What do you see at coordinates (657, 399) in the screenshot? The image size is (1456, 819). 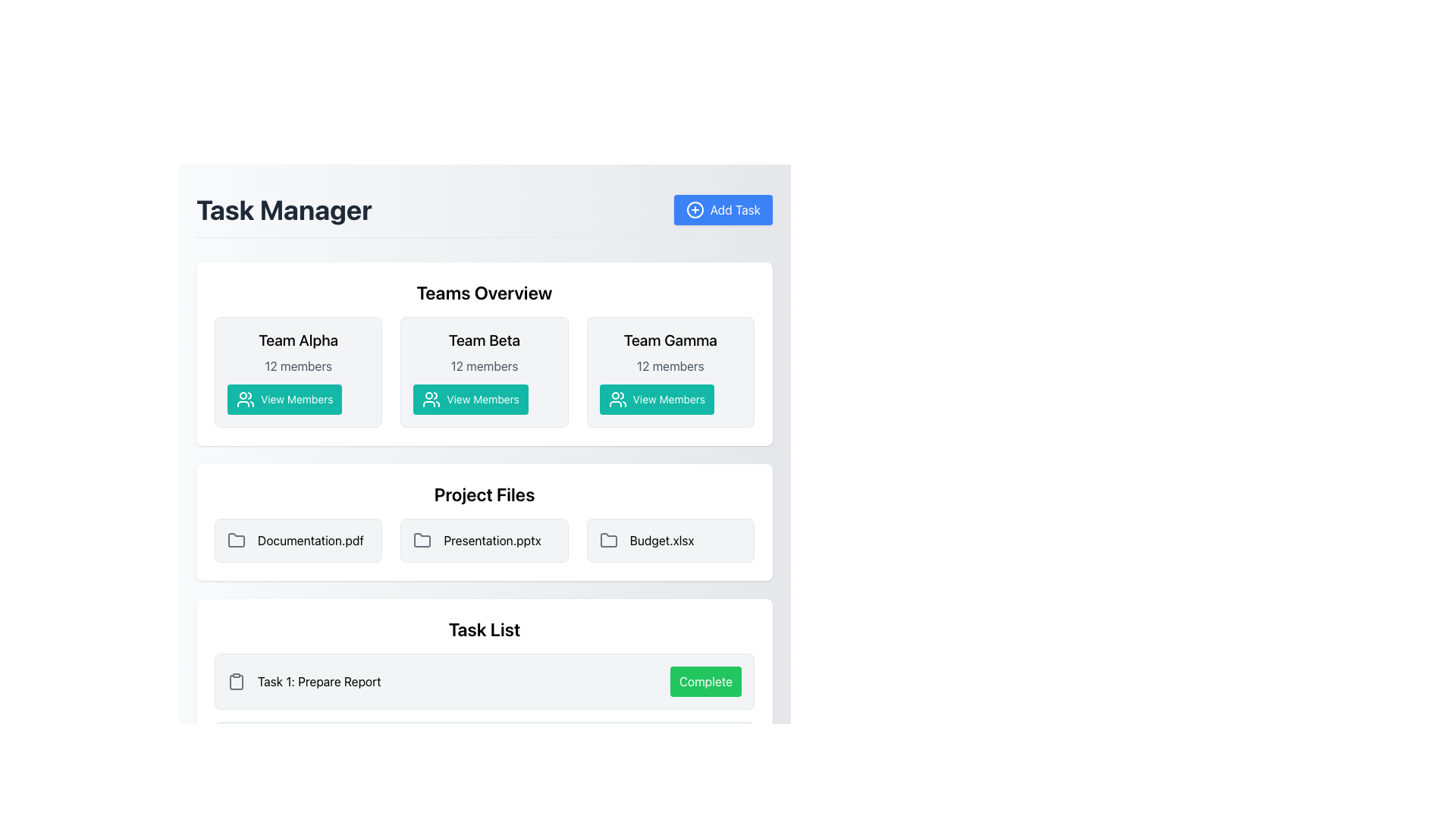 I see `the 'View Members' button, which is a teal button with white text and an icon of two user figures, located in the top-right of the 'Teams Overview' section` at bounding box center [657, 399].